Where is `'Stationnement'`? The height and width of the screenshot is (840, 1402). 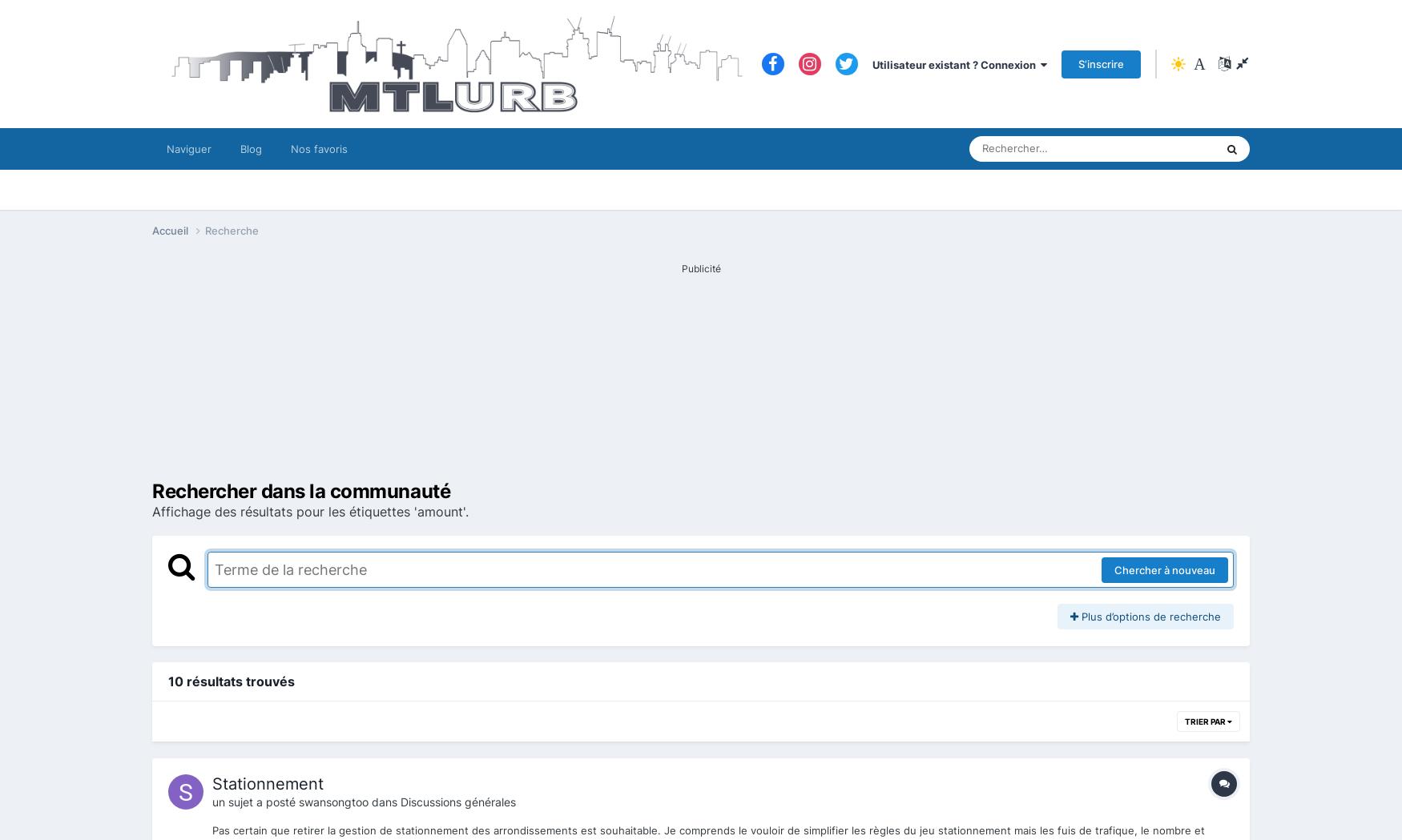
'Stationnement' is located at coordinates (268, 782).